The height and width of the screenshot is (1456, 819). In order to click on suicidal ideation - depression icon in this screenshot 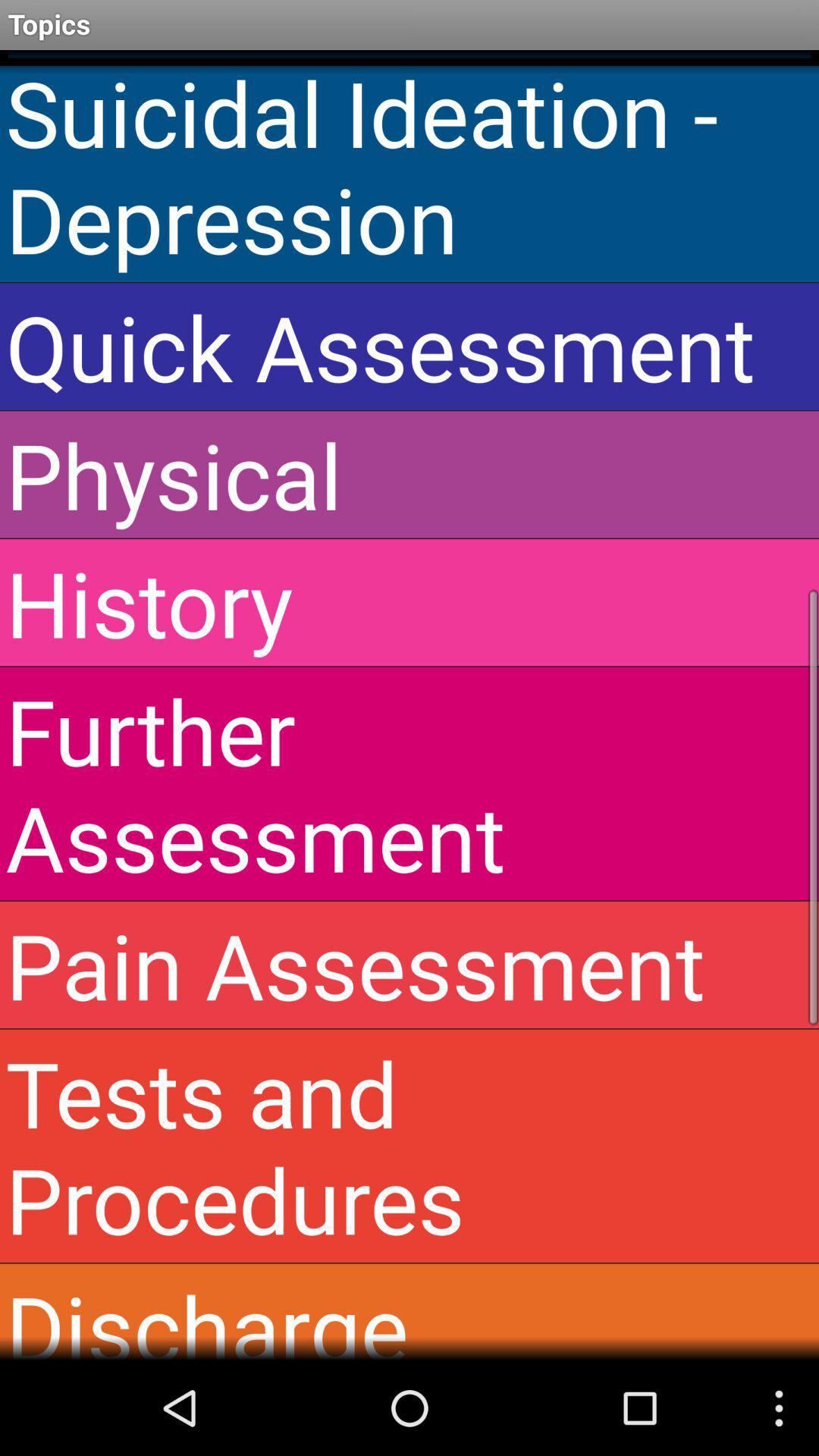, I will do `click(409, 166)`.